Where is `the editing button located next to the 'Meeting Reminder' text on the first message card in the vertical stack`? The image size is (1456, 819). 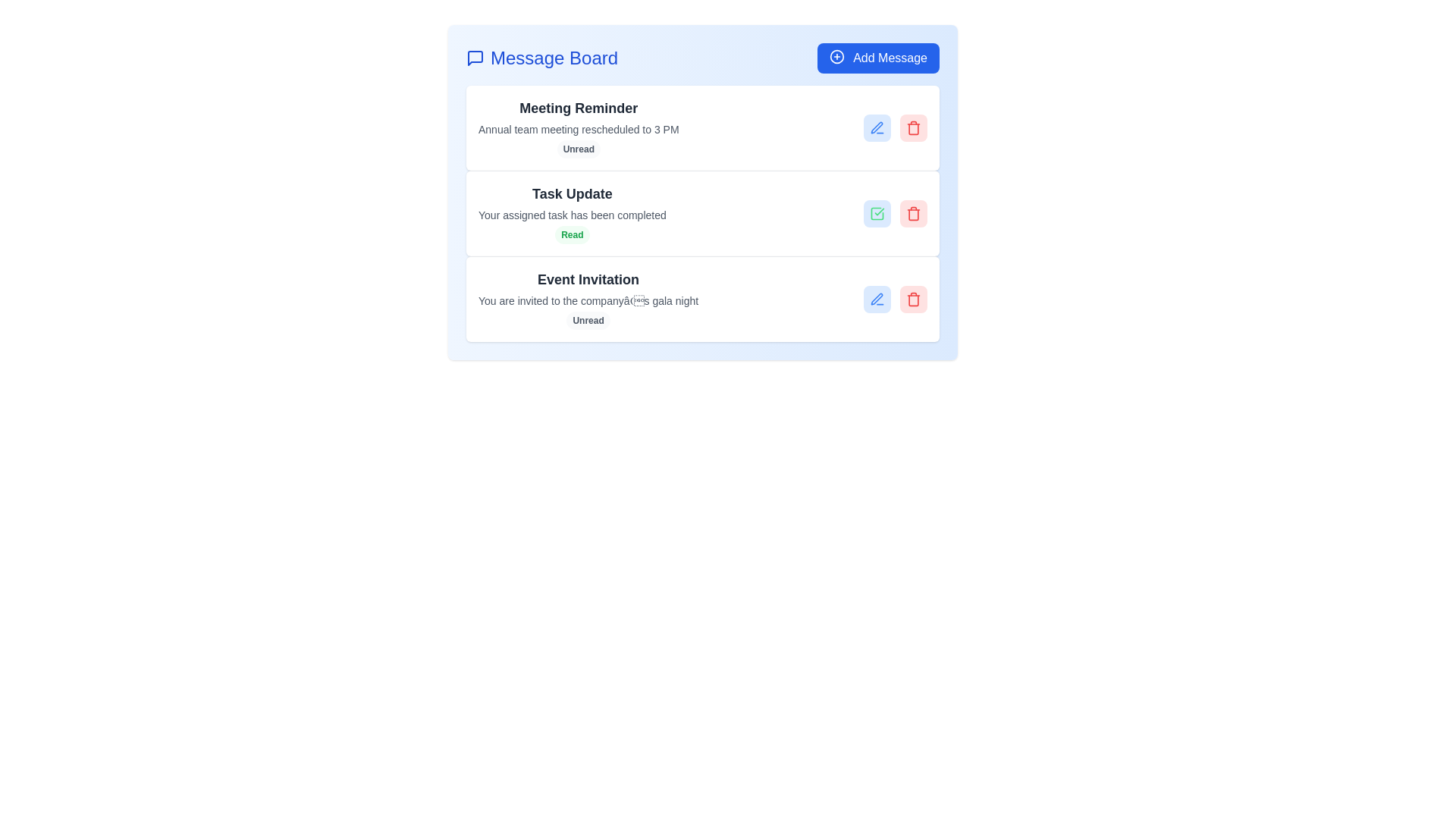 the editing button located next to the 'Meeting Reminder' text on the first message card in the vertical stack is located at coordinates (877, 127).